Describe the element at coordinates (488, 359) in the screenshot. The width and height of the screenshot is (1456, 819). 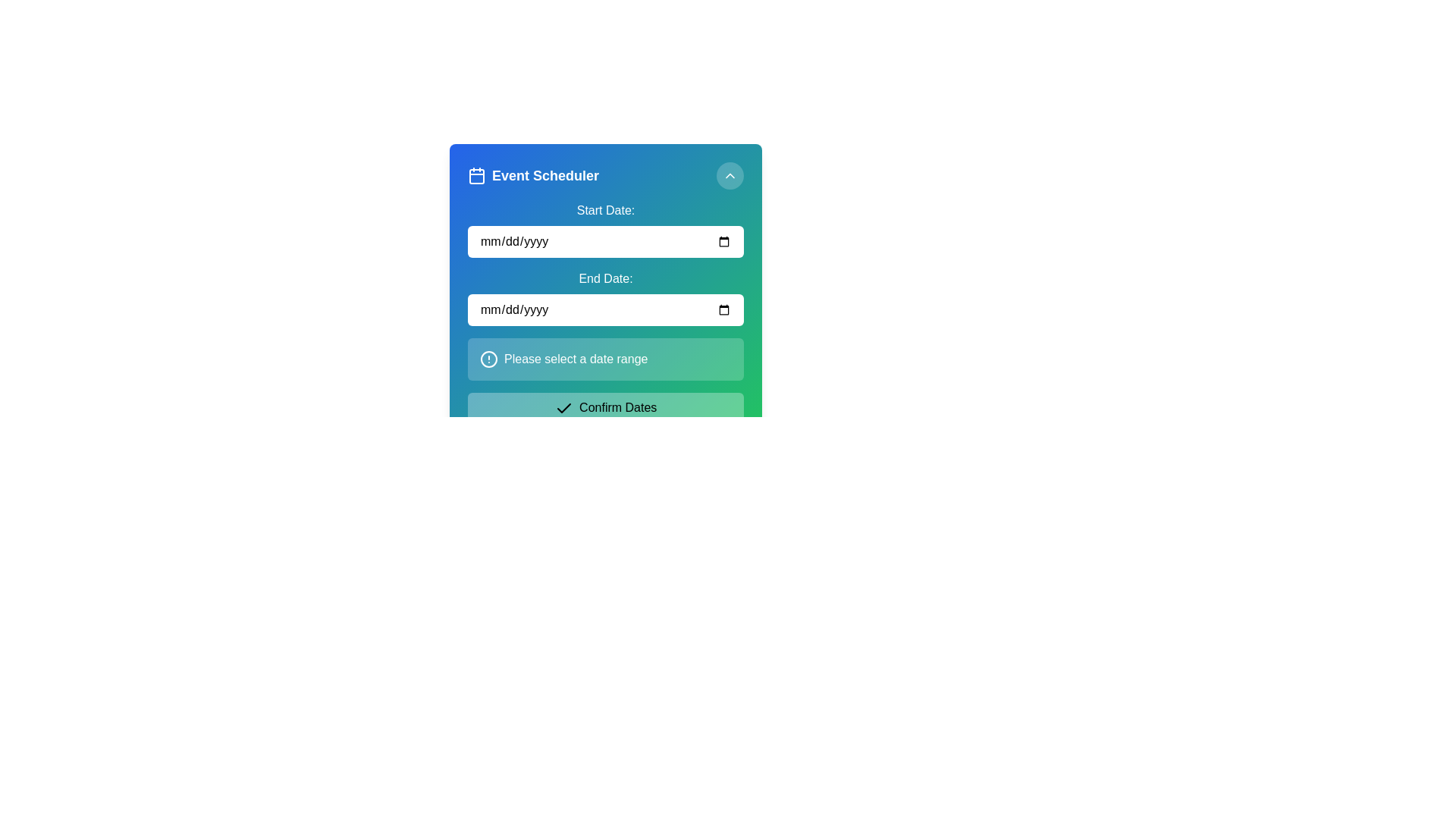
I see `the non-interactive warning icon that signifies the necessity for users to select a valid date range in the 'Event Scheduler' form` at that location.